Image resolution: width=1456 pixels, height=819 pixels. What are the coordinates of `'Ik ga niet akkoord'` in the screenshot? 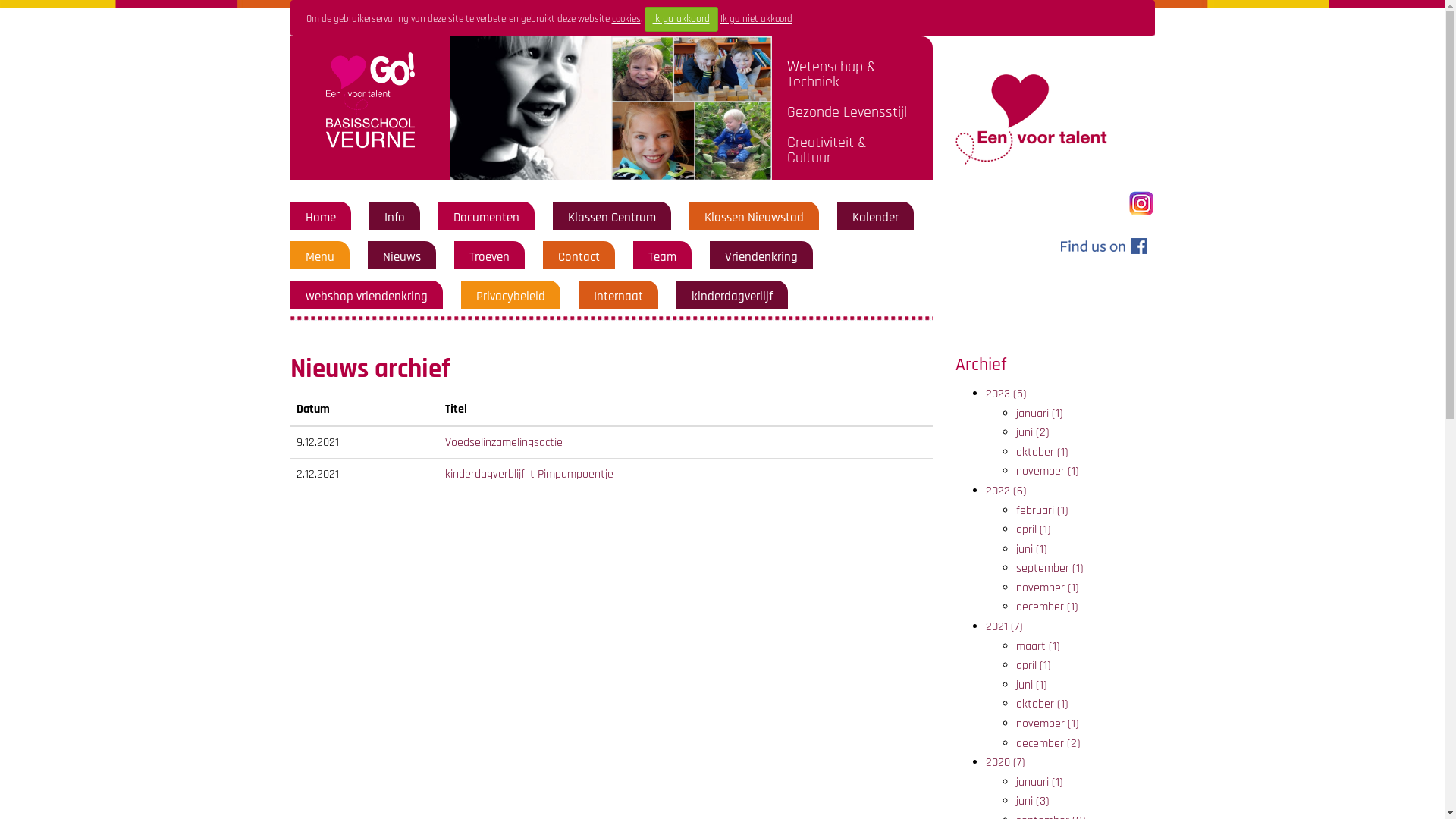 It's located at (756, 18).